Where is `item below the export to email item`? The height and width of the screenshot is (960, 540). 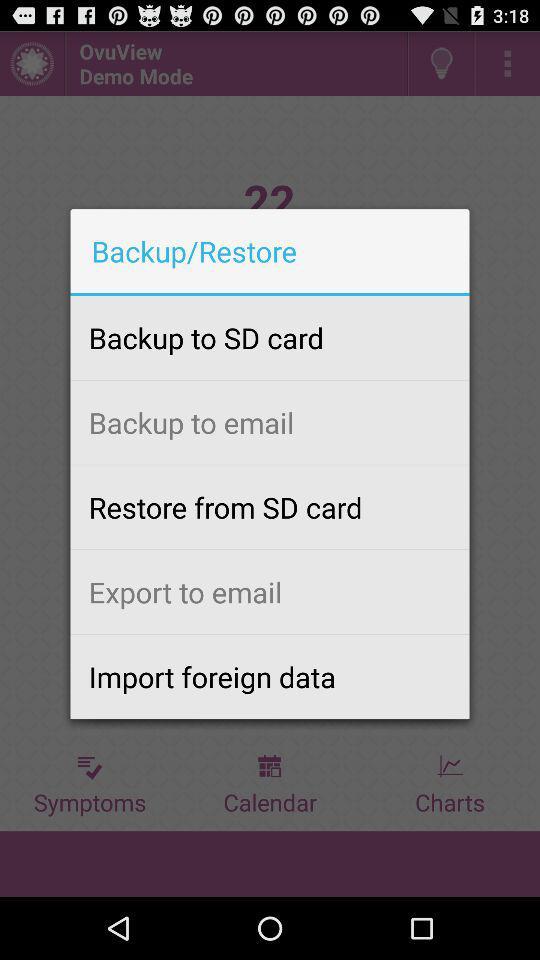 item below the export to email item is located at coordinates (270, 676).